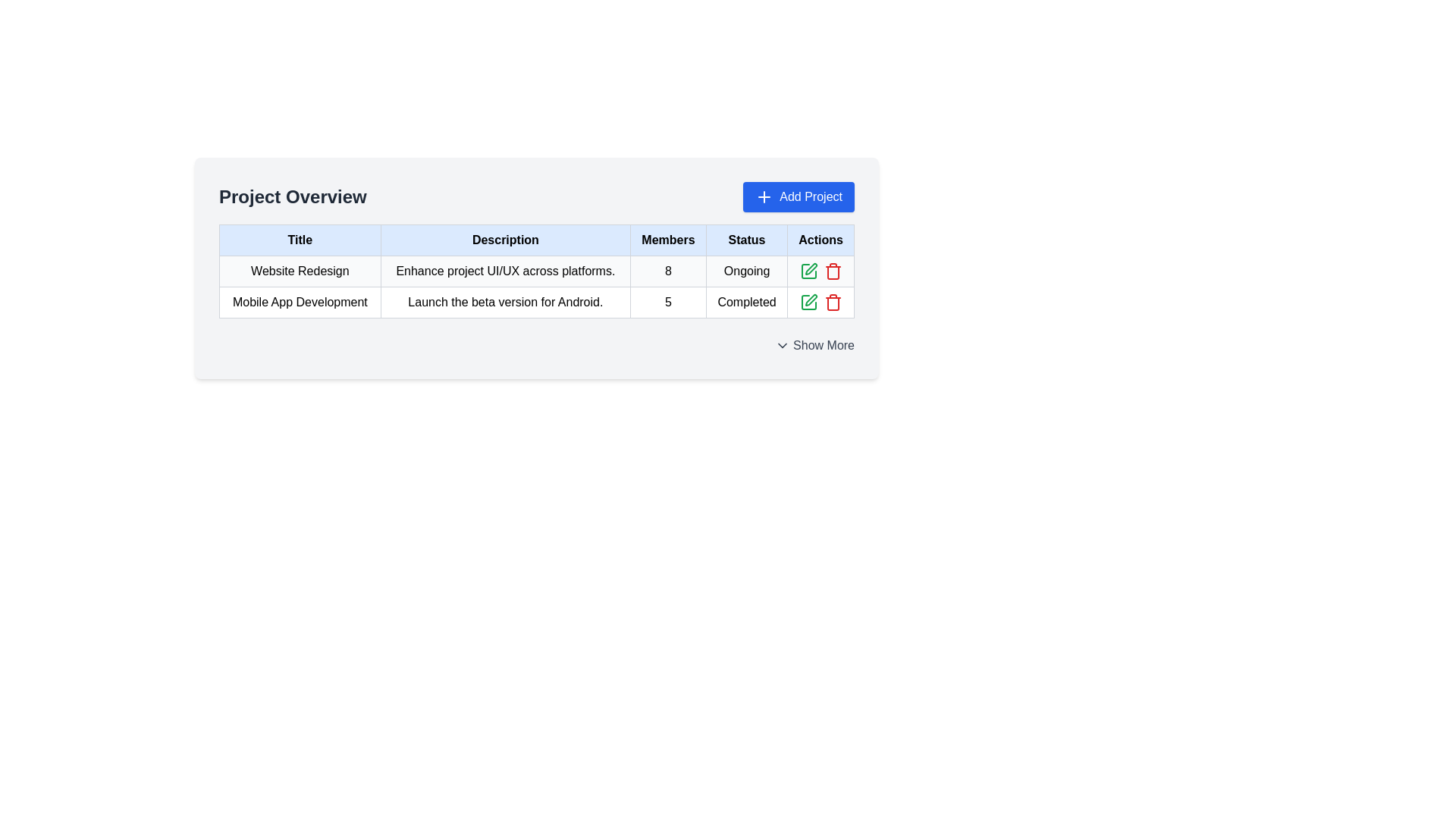 The height and width of the screenshot is (819, 1456). What do you see at coordinates (747, 302) in the screenshot?
I see `the status label indicating 'Mobile App Development' as completed, located in the fourth cell of the 'Status' column` at bounding box center [747, 302].